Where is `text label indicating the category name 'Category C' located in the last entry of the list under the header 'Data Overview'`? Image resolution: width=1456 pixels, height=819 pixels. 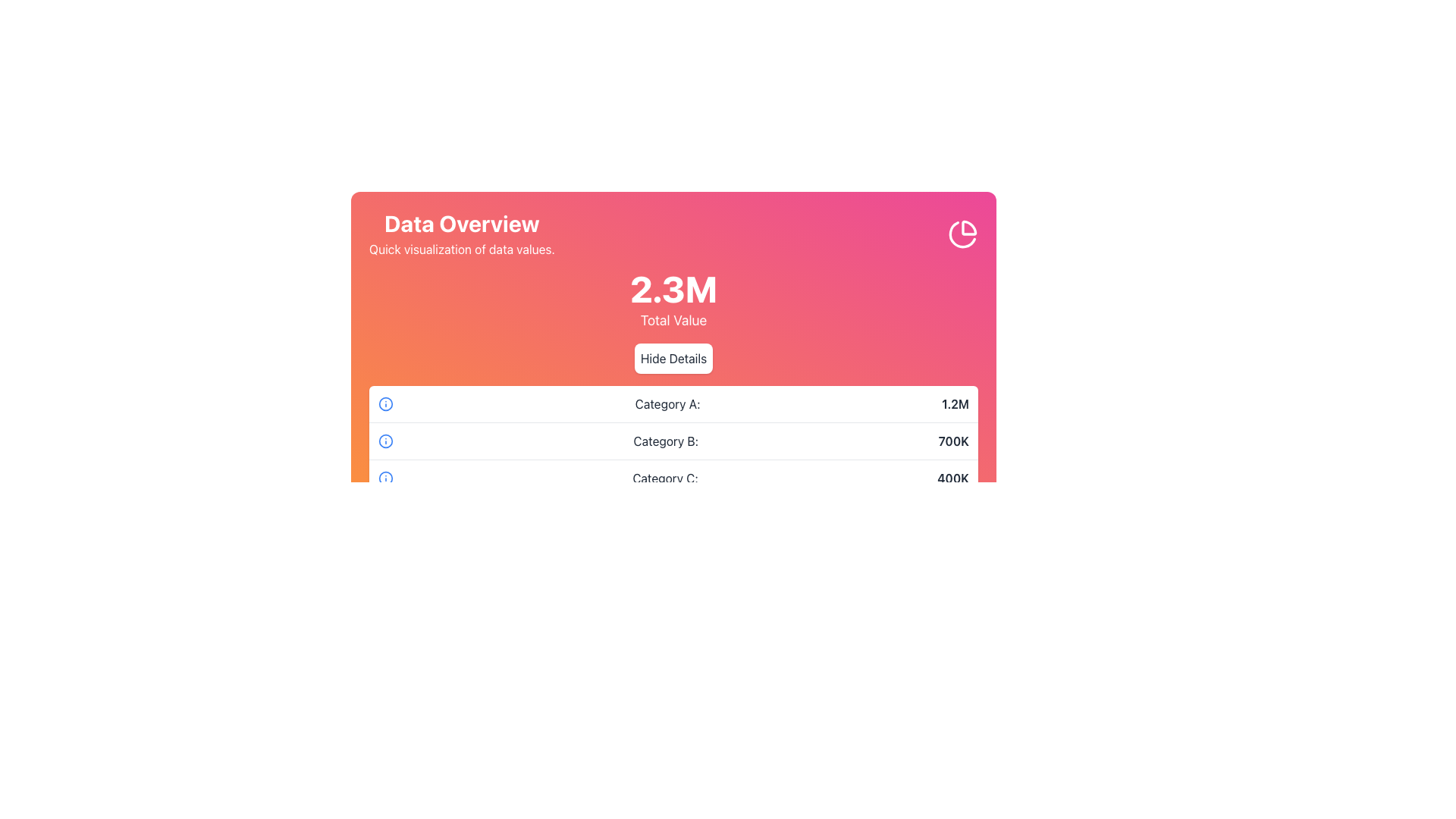 text label indicating the category name 'Category C' located in the last entry of the list under the header 'Data Overview' is located at coordinates (665, 479).